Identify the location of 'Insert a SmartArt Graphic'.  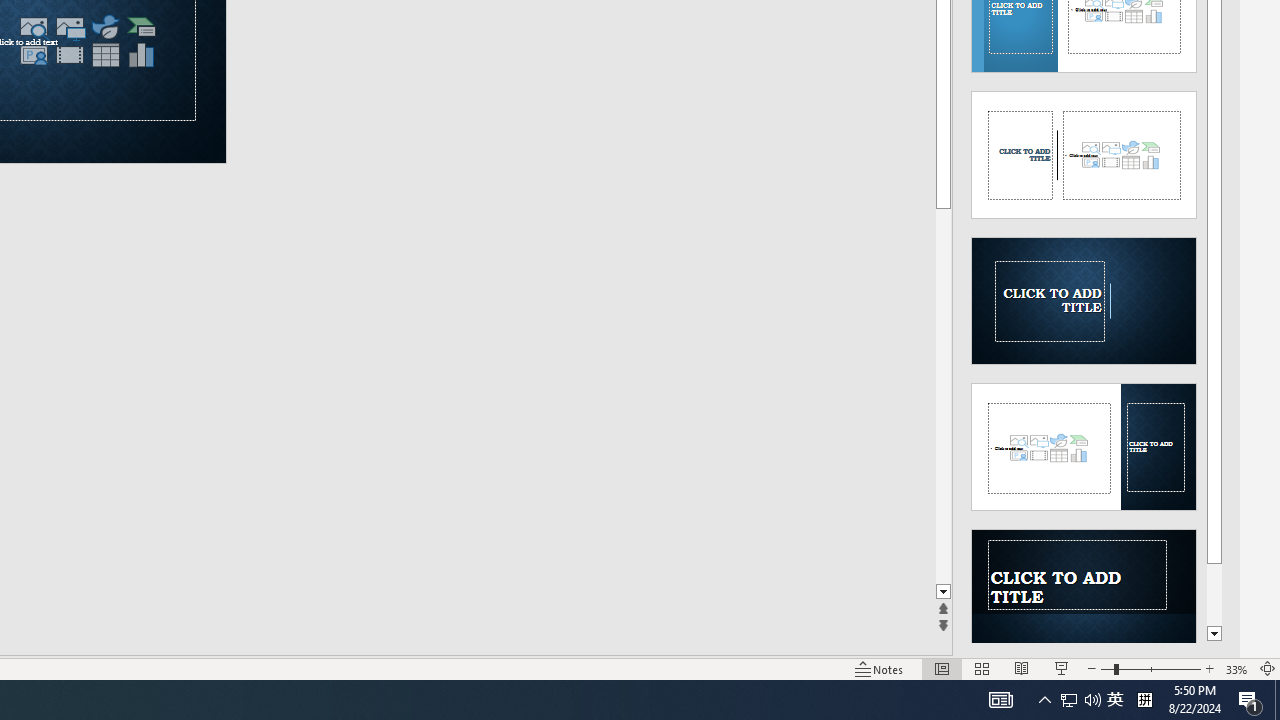
(140, 27).